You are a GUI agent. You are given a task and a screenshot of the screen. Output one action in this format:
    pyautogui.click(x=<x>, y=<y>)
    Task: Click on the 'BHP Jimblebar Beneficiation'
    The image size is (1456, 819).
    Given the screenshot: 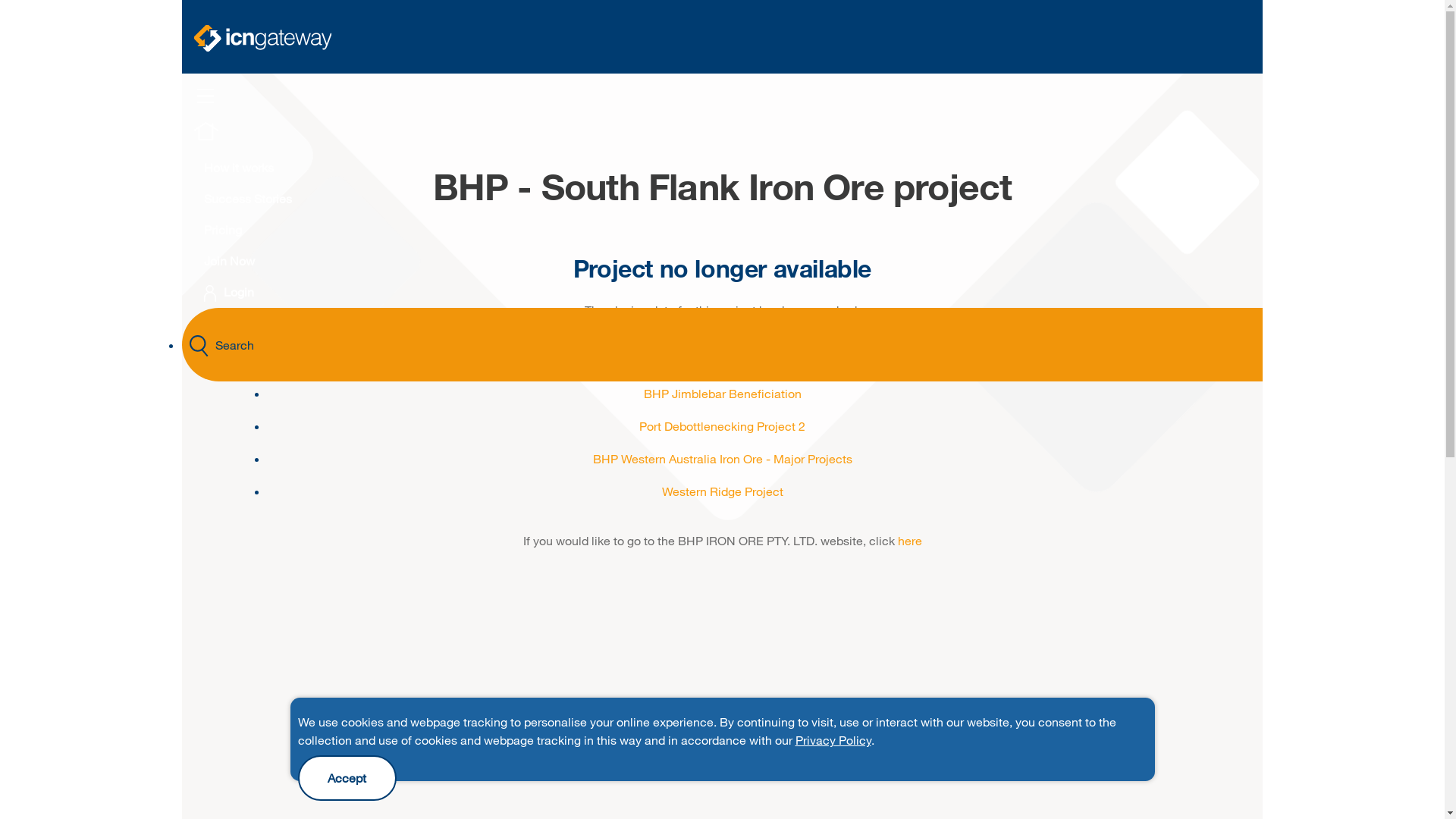 What is the action you would take?
    pyautogui.click(x=720, y=392)
    